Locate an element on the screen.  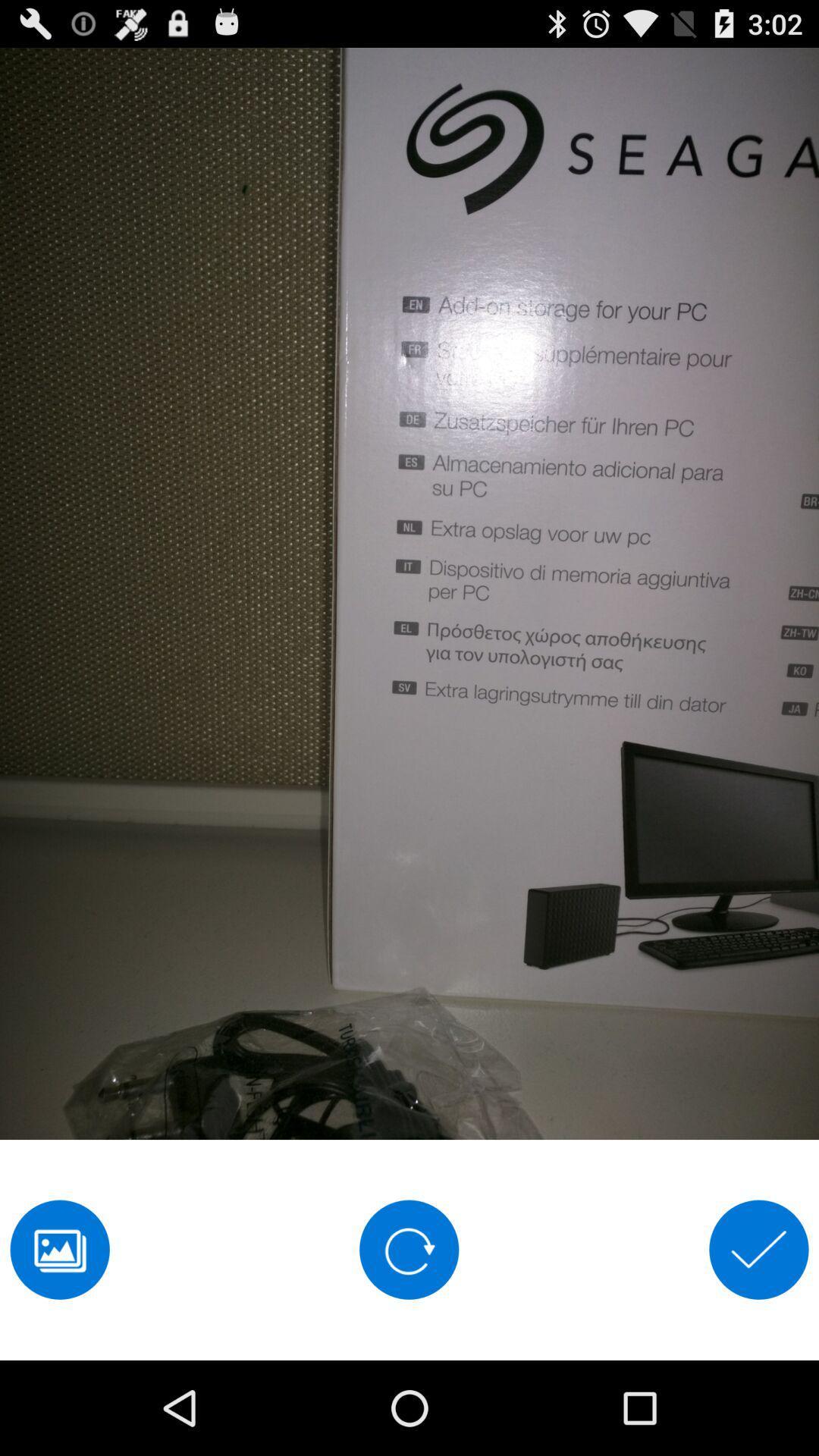
the refresh icon is located at coordinates (408, 1337).